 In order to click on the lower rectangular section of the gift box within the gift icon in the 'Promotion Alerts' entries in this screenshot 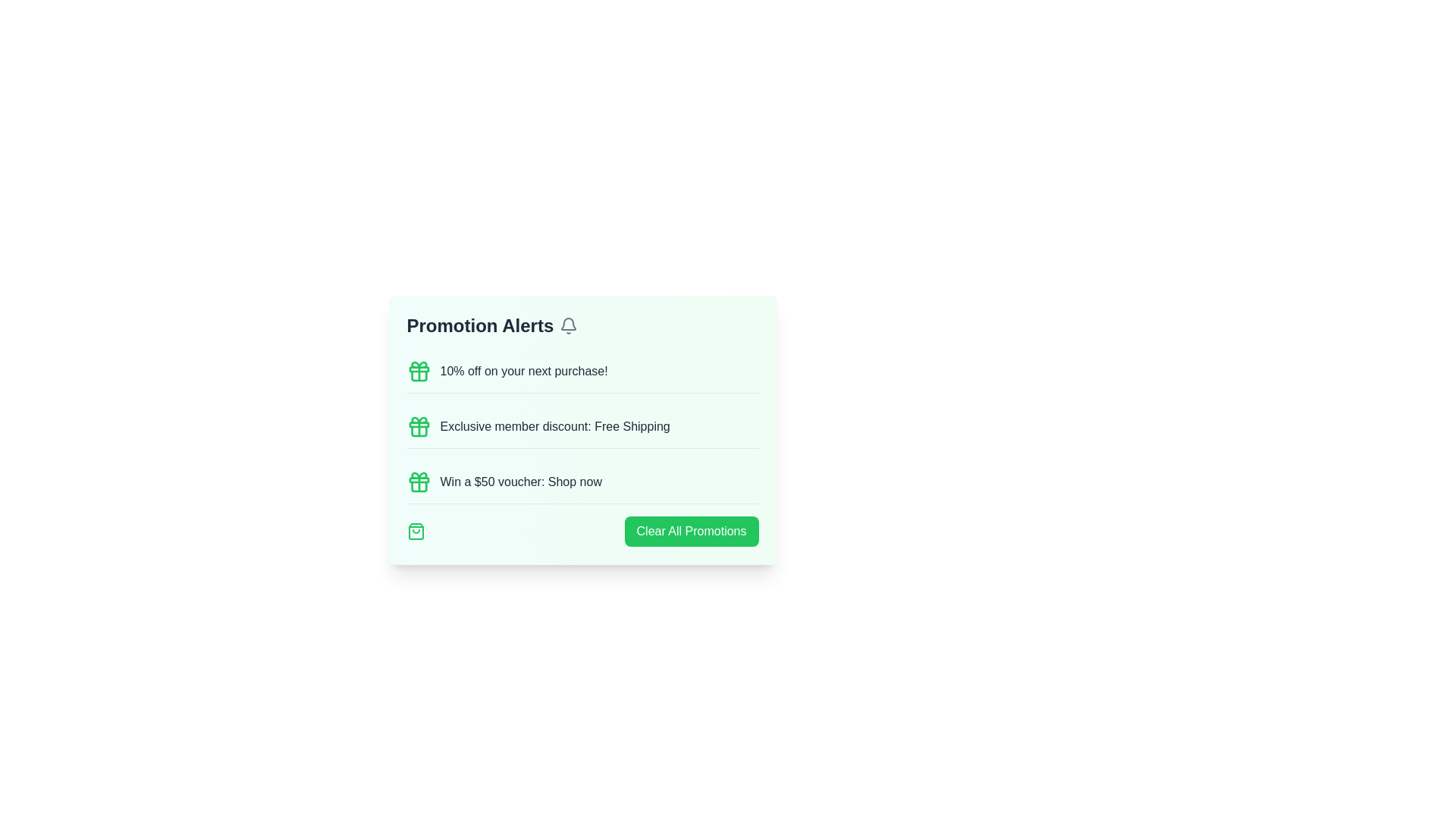, I will do `click(419, 425)`.